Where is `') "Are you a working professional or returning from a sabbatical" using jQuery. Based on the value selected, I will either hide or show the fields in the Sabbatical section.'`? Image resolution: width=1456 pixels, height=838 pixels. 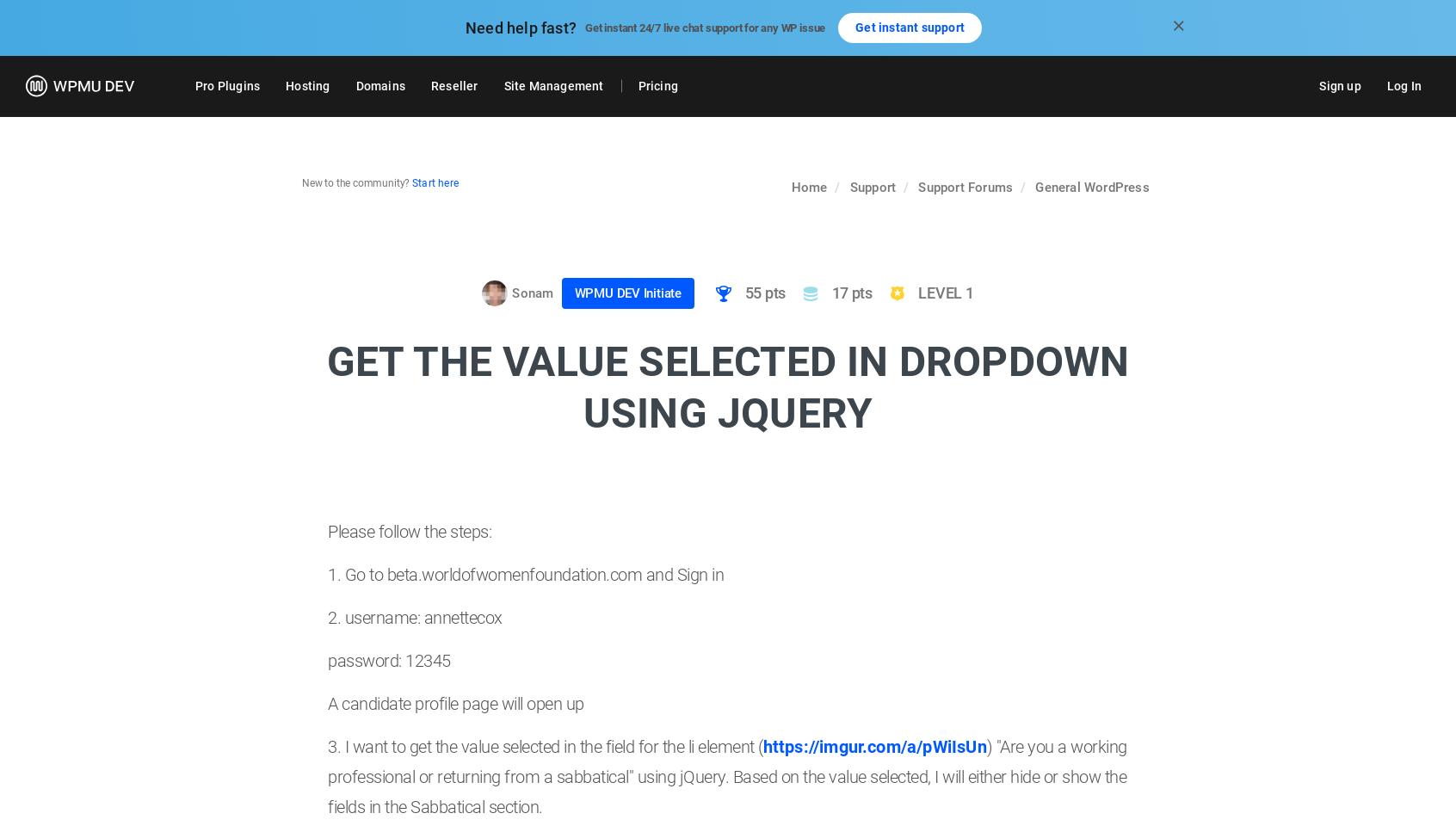 ') "Are you a working professional or returning from a sabbatical" using jQuery. Based on the value selected, I will either hide or show the fields in the Sabbatical section.' is located at coordinates (328, 775).